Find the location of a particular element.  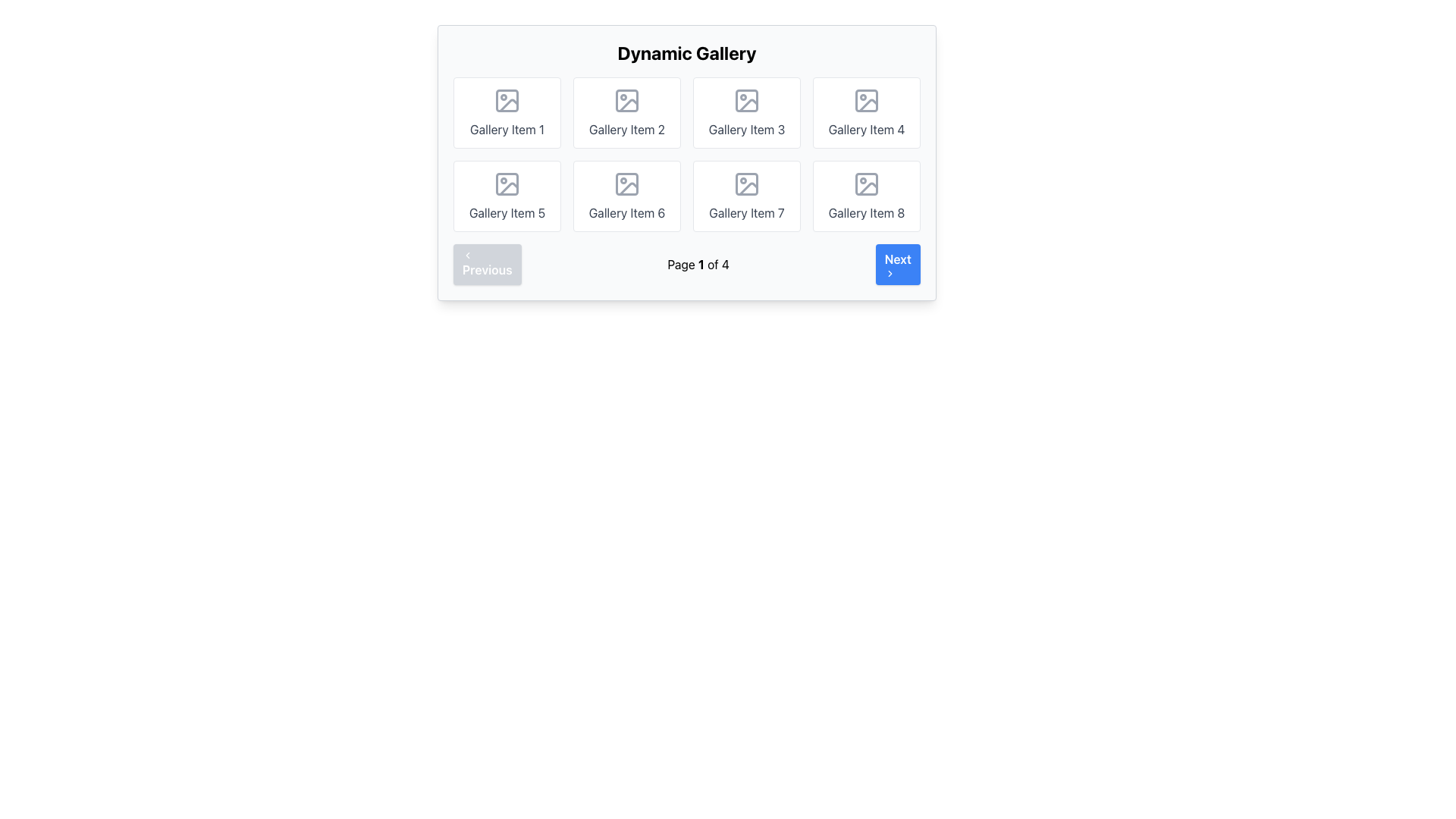

the icon placeholder for the image representation in the 'Gallery Item 2' located in the second column of the gallery grid on the first row is located at coordinates (626, 100).